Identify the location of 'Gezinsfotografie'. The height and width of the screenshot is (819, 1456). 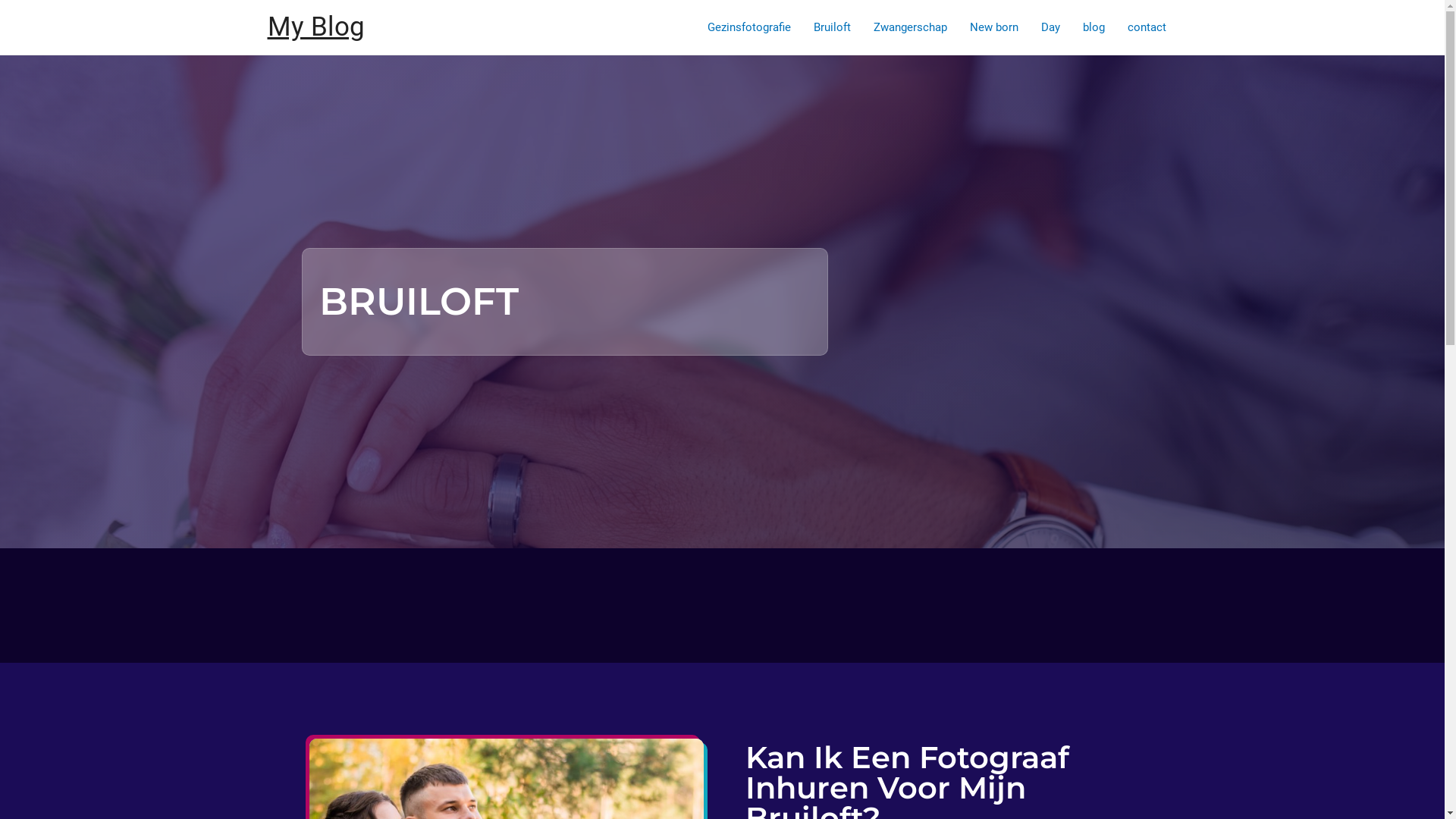
(749, 27).